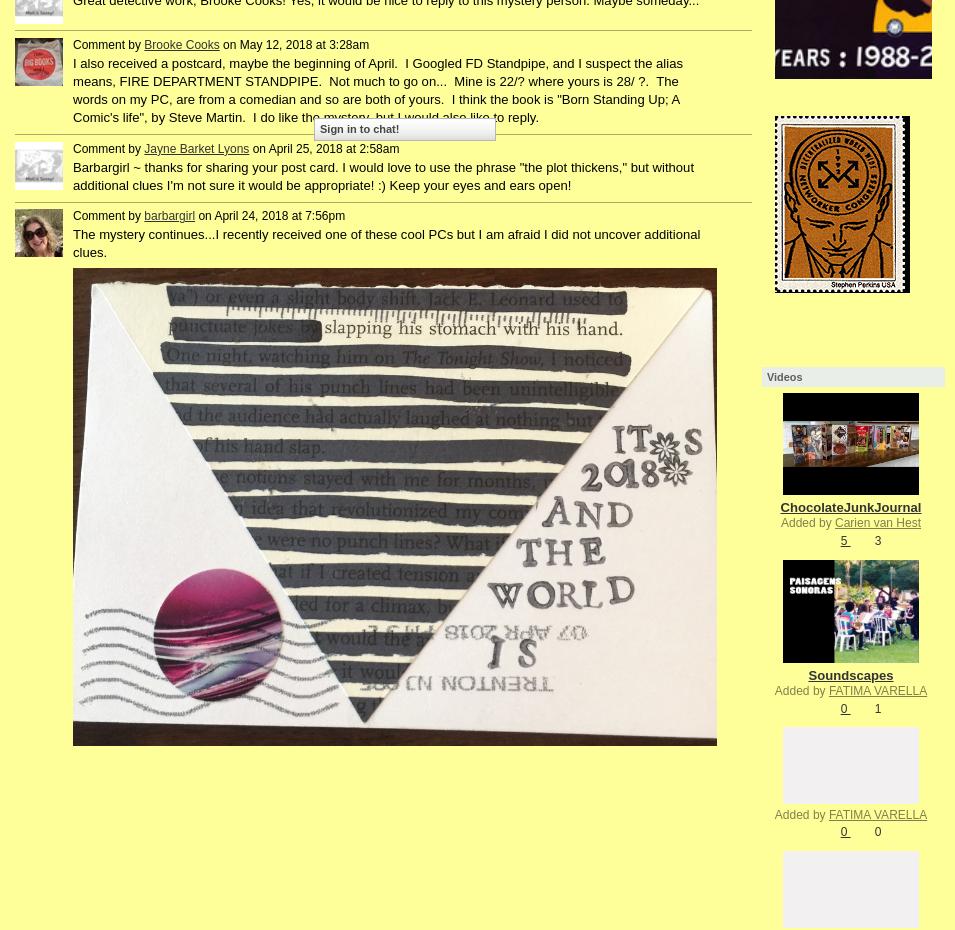  Describe the element at coordinates (323, 147) in the screenshot. I see `'on April 25, 2018 at 2:58am'` at that location.